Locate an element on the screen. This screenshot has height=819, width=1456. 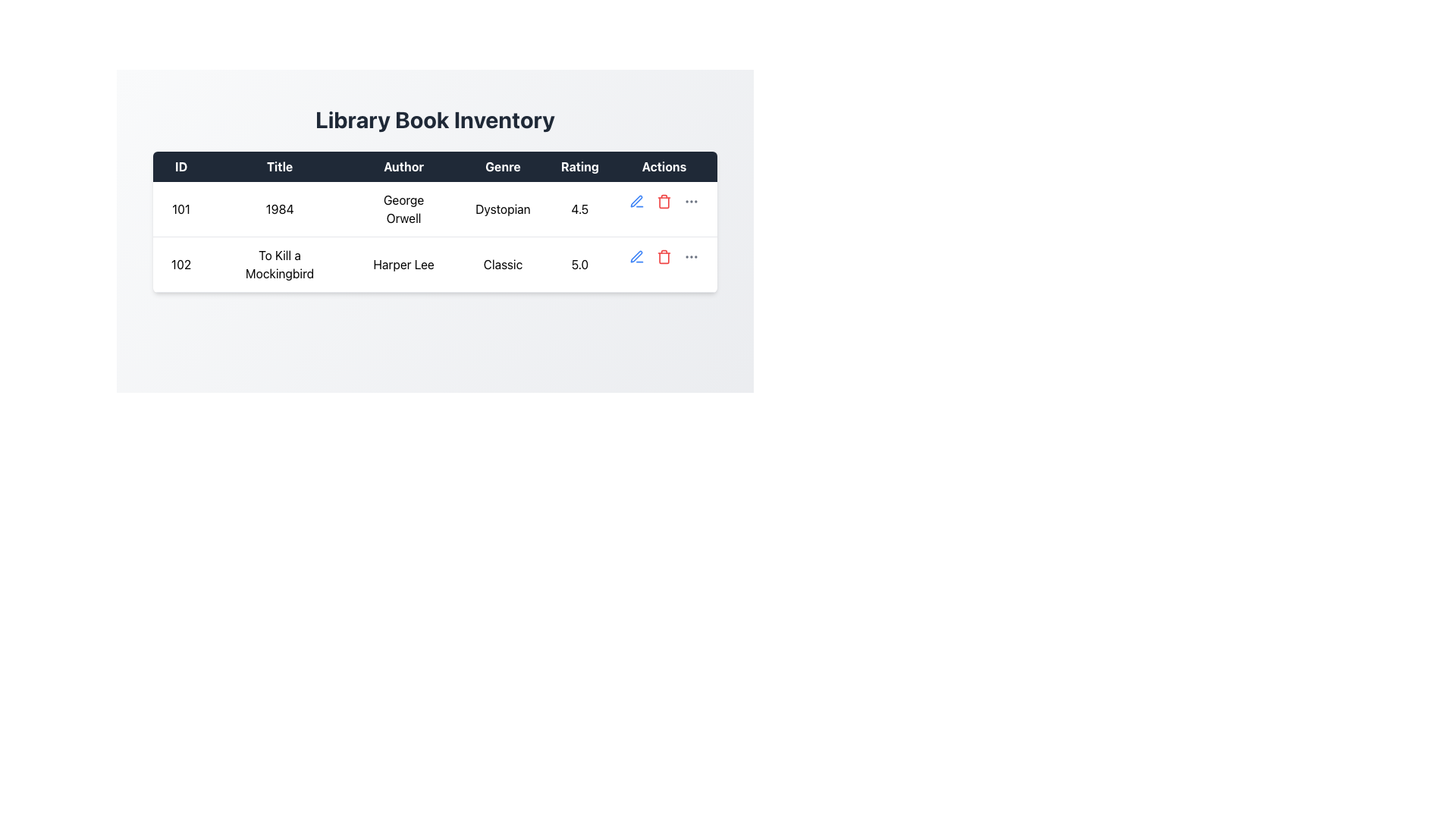
the text label displaying 'To Kill a Mockingbird' in the second row of the table under the 'Title' column is located at coordinates (280, 263).